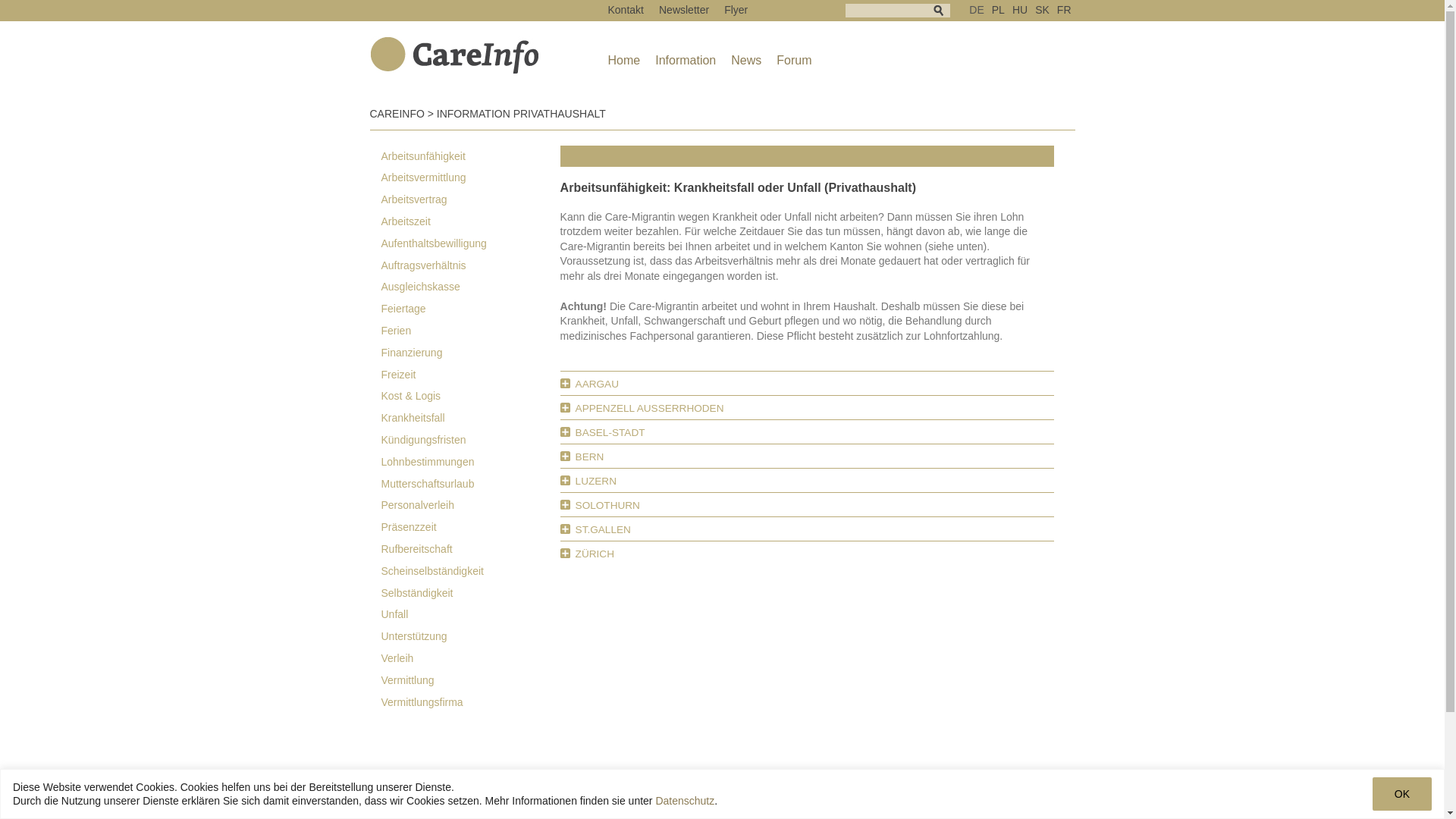 This screenshot has width=1456, height=819. What do you see at coordinates (370, 308) in the screenshot?
I see `'Feiertage'` at bounding box center [370, 308].